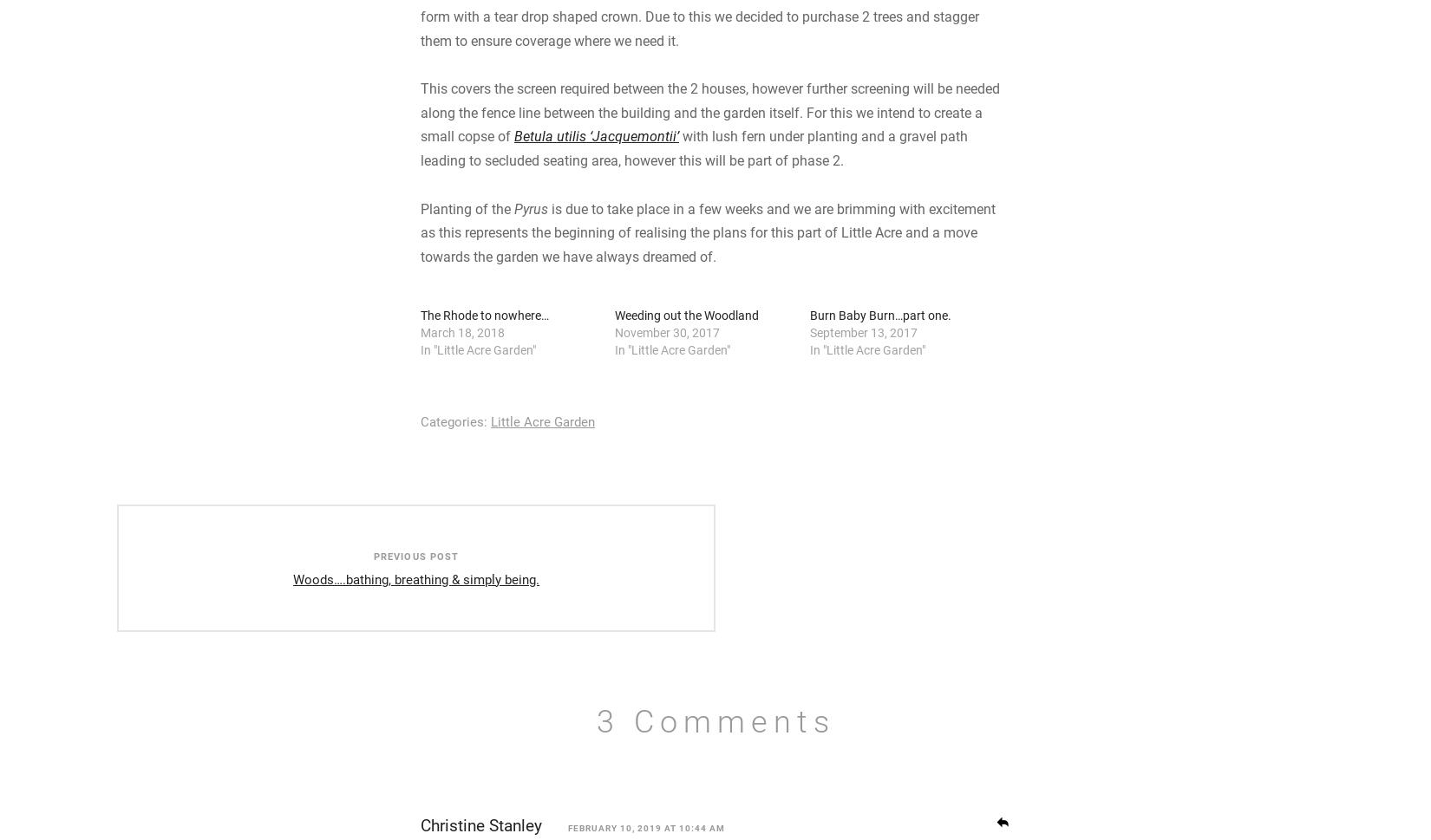 Image resolution: width=1431 pixels, height=840 pixels. I want to click on 'Pyrus calleryana ‘Chanticleer’', so click(419, 49).